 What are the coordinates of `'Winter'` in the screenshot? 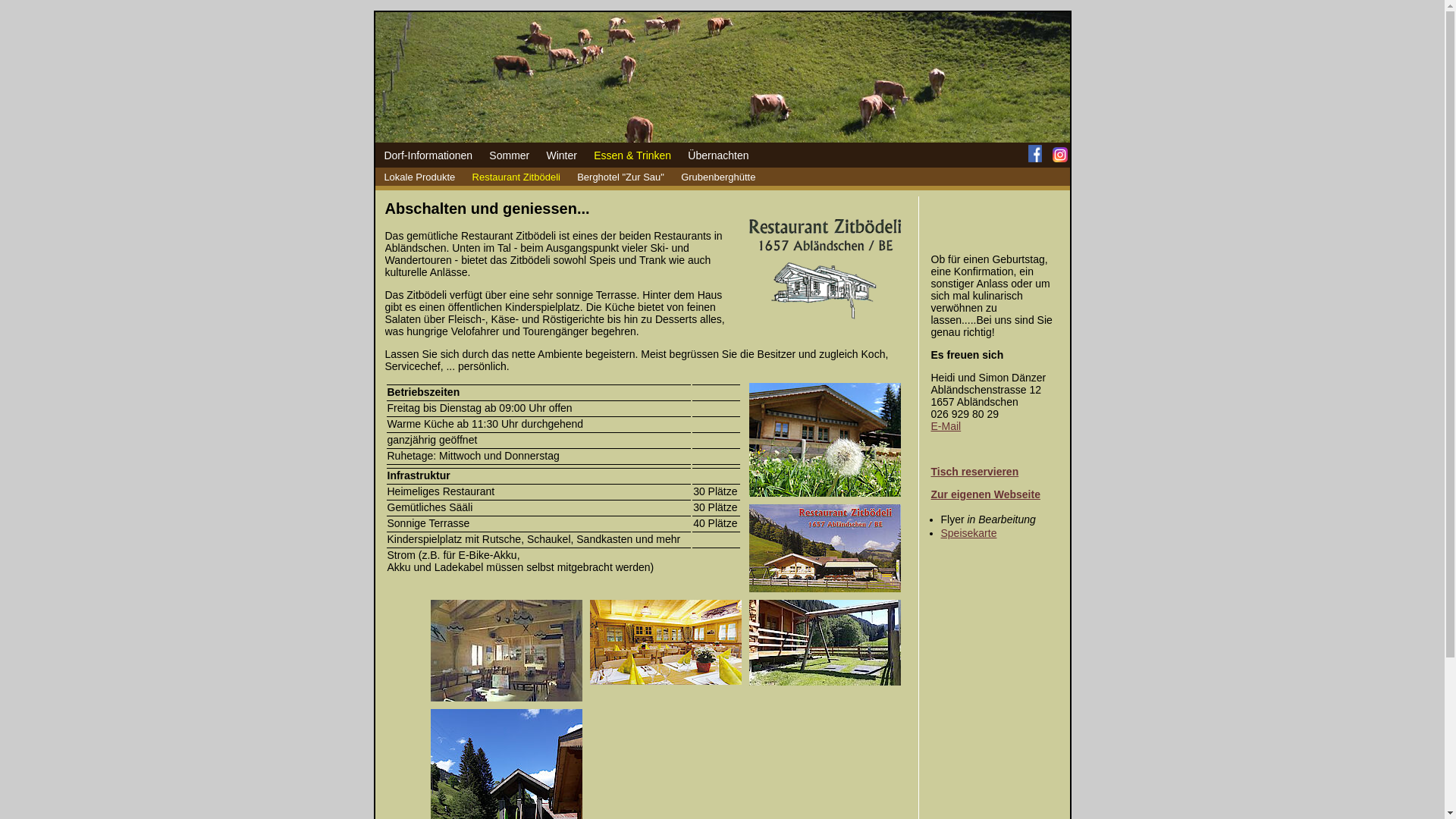 It's located at (560, 155).